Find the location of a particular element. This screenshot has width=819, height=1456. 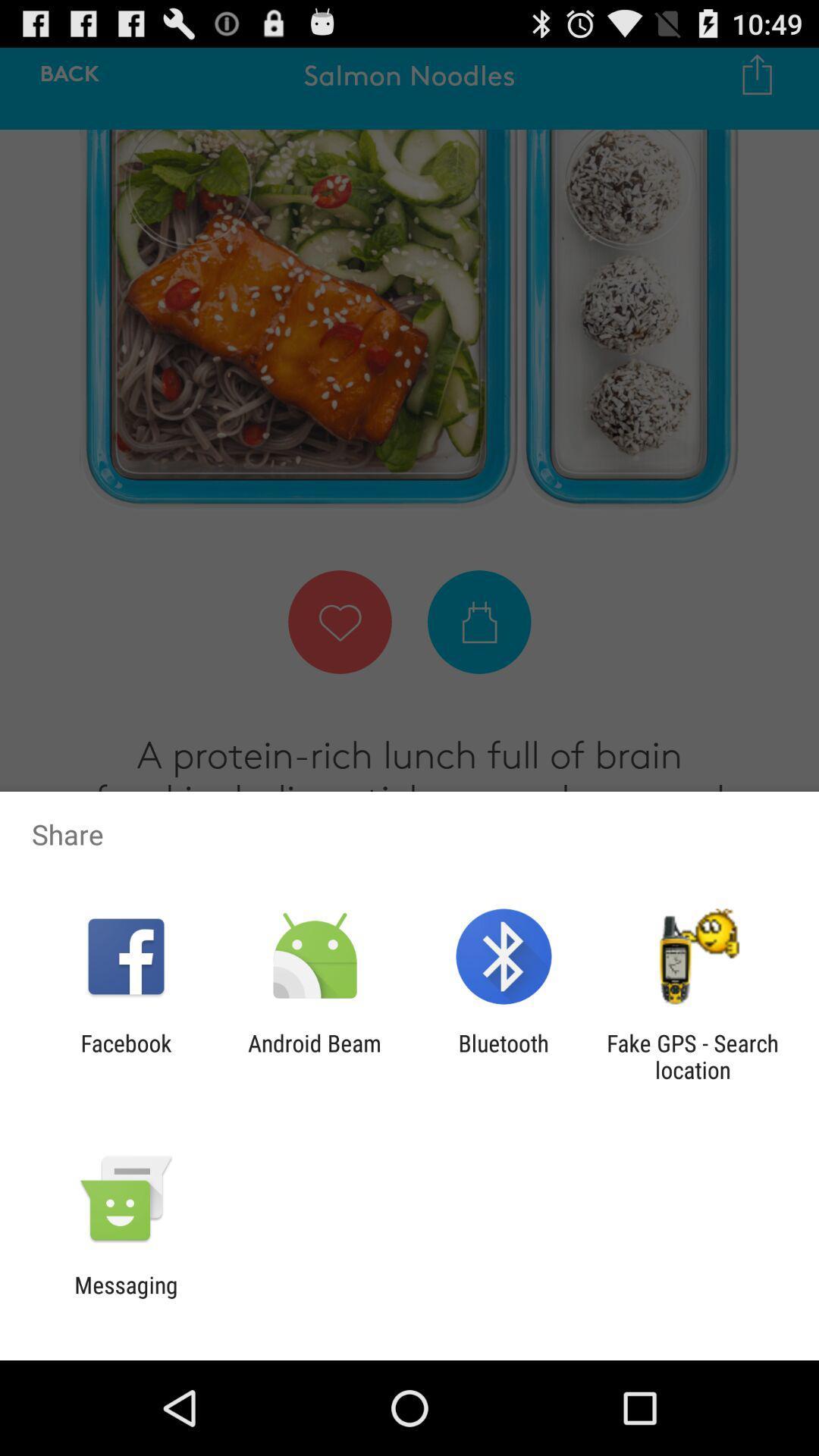

messaging app is located at coordinates (125, 1298).